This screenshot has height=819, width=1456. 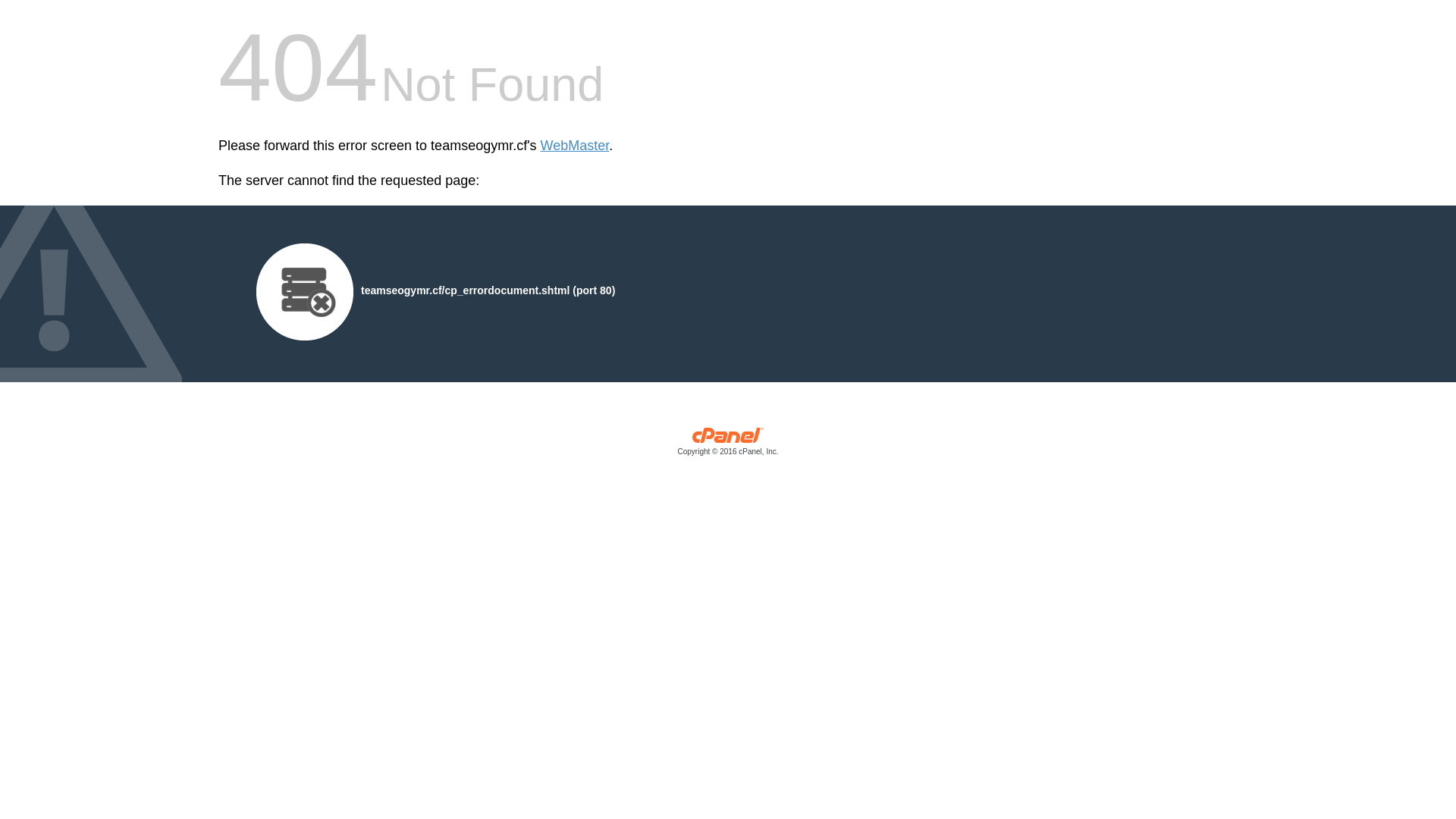 I want to click on 'WebMaster', so click(x=541, y=146).